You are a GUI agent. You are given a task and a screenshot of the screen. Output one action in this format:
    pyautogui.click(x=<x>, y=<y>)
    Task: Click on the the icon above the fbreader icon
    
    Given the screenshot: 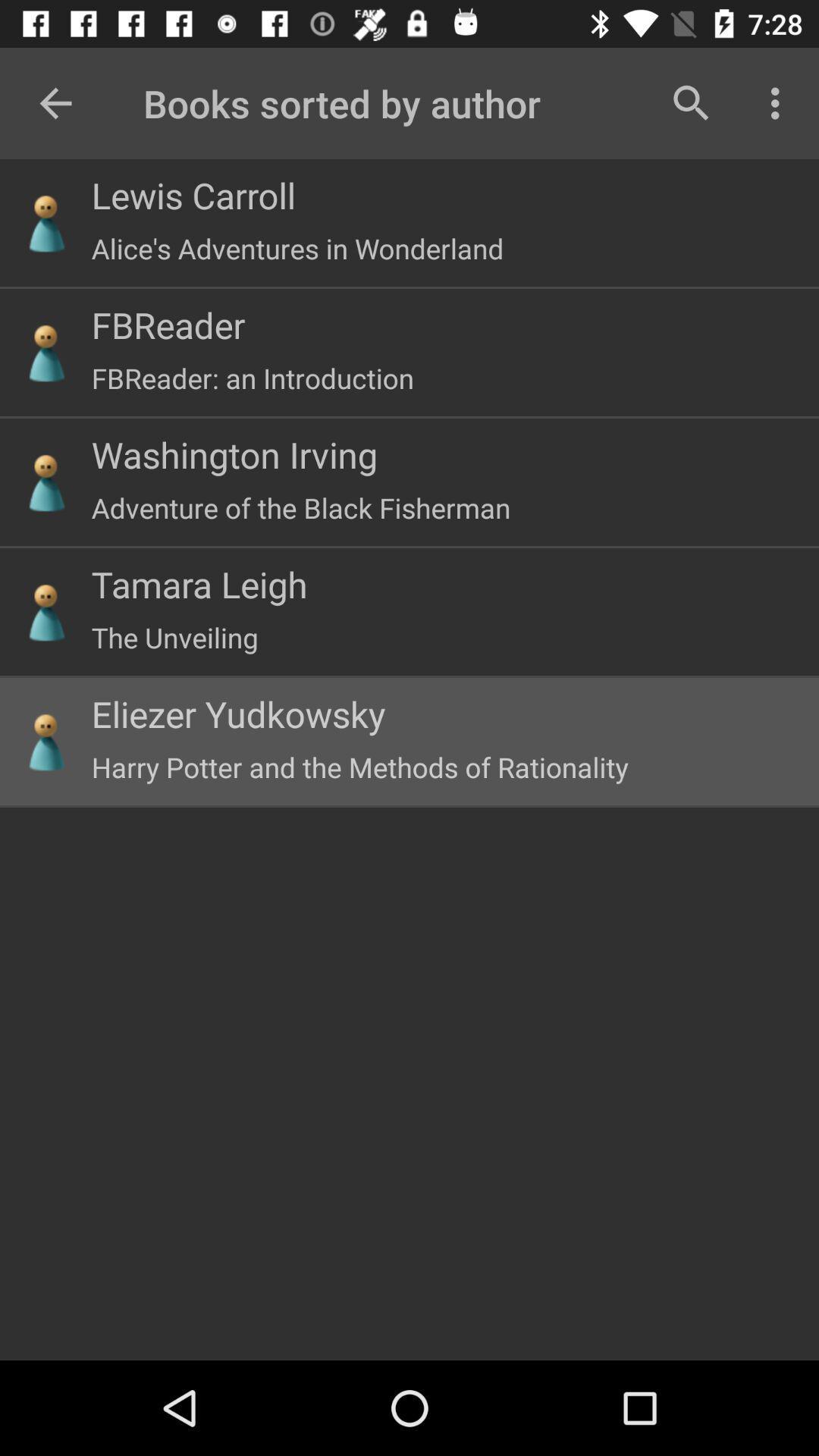 What is the action you would take?
    pyautogui.click(x=297, y=248)
    